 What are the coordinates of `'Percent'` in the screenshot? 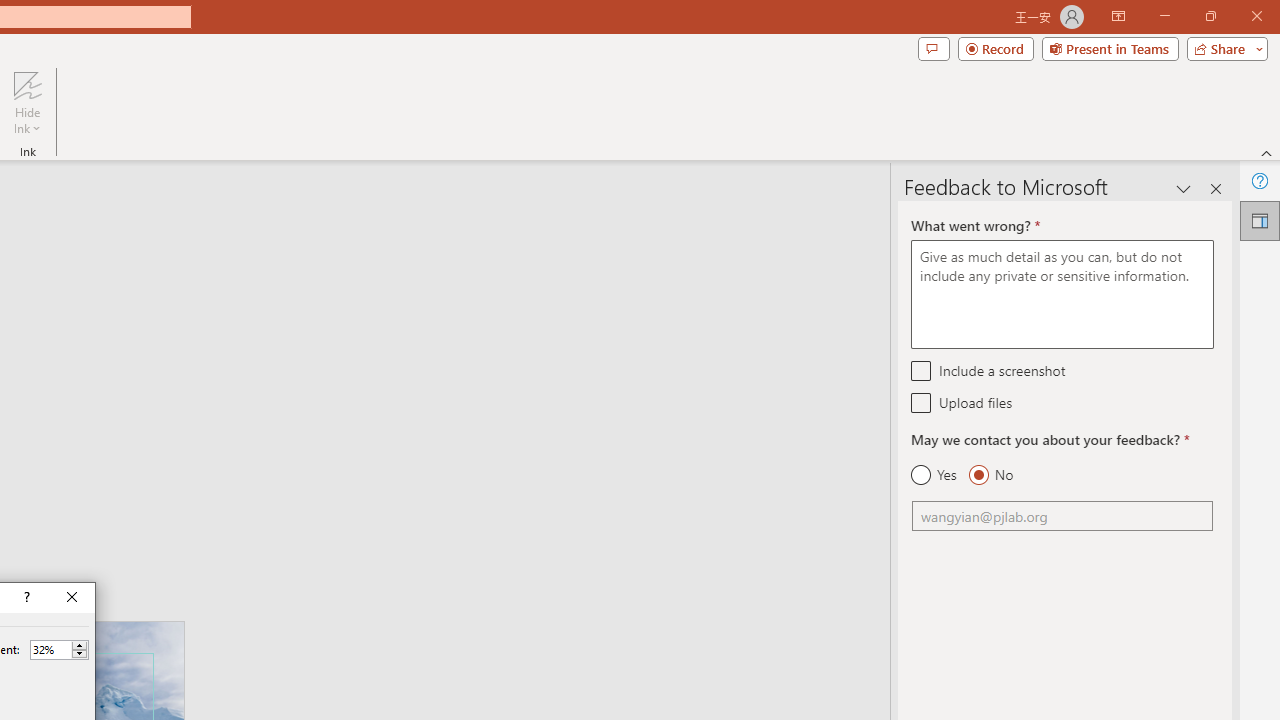 It's located at (59, 650).